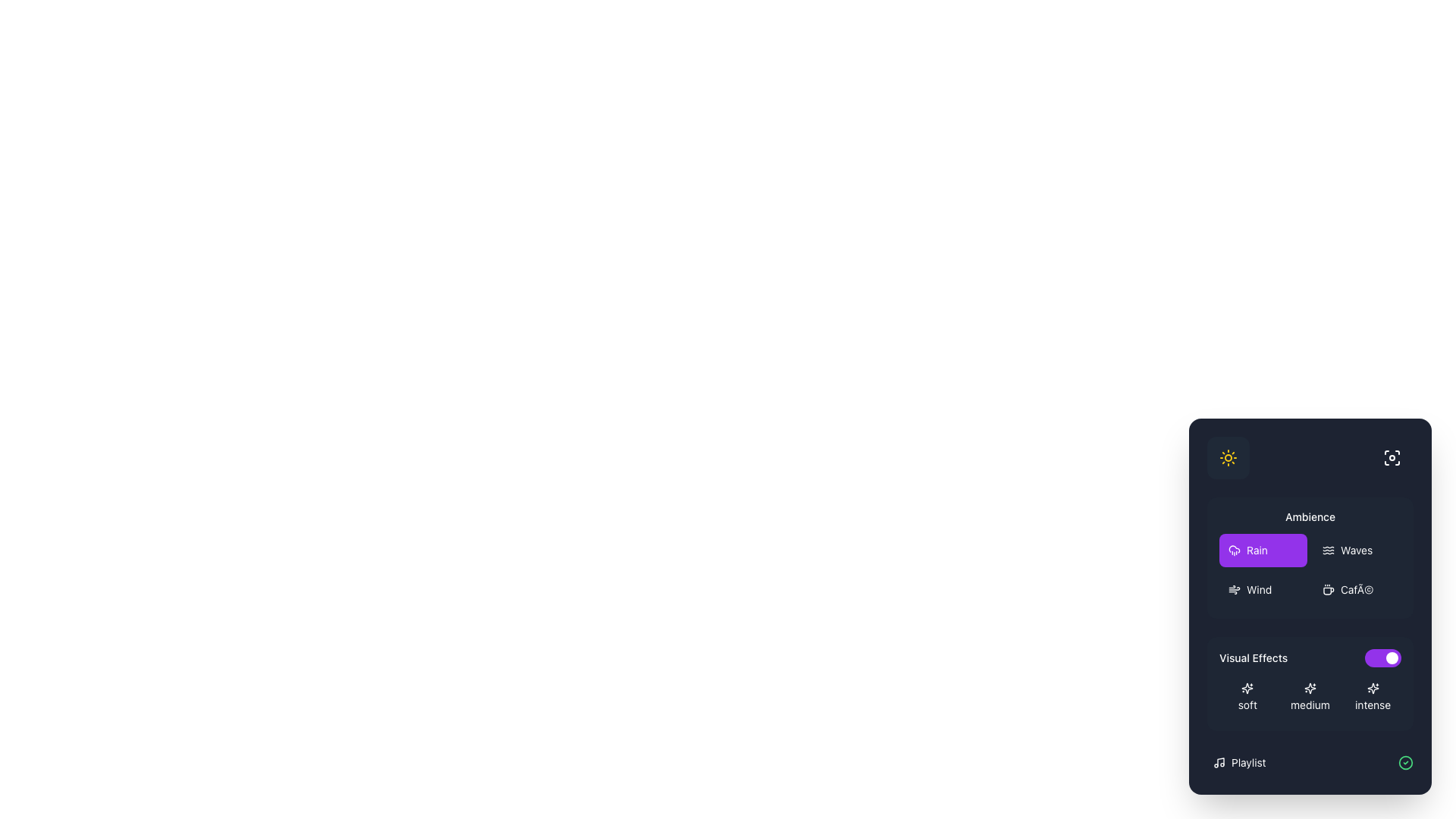 The image size is (1456, 819). What do you see at coordinates (1328, 550) in the screenshot?
I see `the wave-like icon located to the left of the text label 'Waves' in the 'Ambience' section of the UI` at bounding box center [1328, 550].